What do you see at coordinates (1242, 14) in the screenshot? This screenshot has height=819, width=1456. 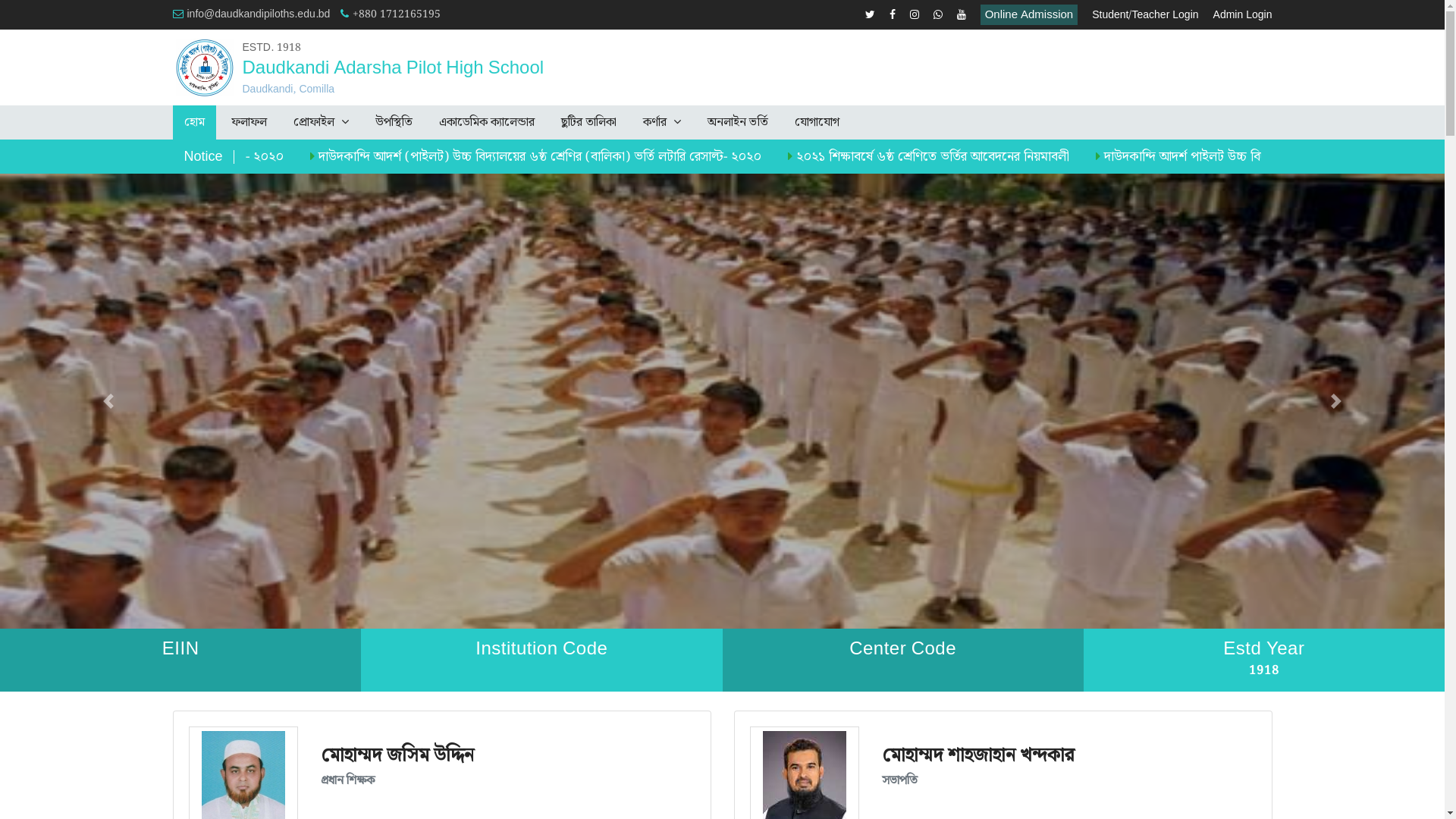 I see `'Admin Login'` at bounding box center [1242, 14].